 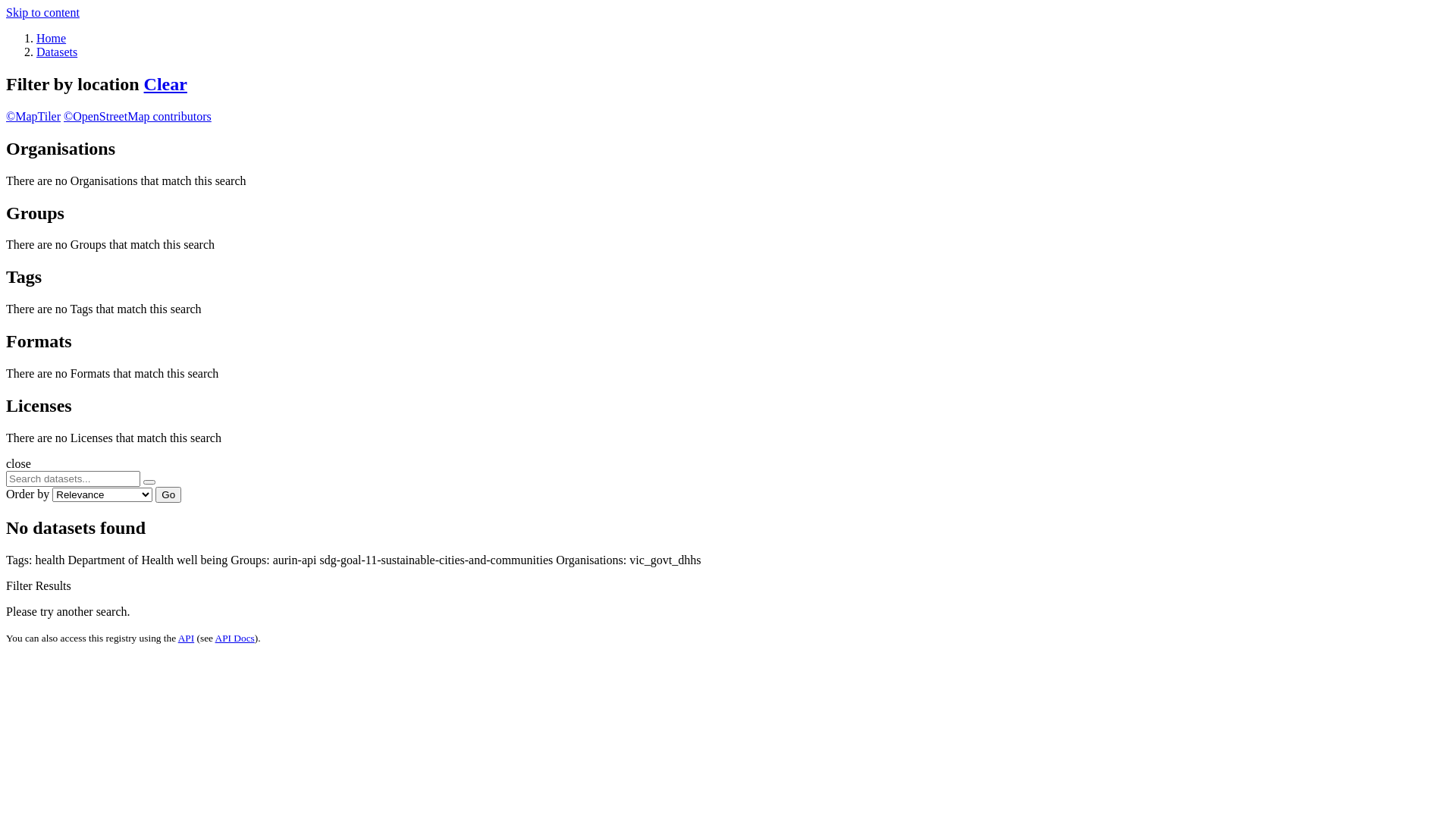 What do you see at coordinates (165, 84) in the screenshot?
I see `'Clear'` at bounding box center [165, 84].